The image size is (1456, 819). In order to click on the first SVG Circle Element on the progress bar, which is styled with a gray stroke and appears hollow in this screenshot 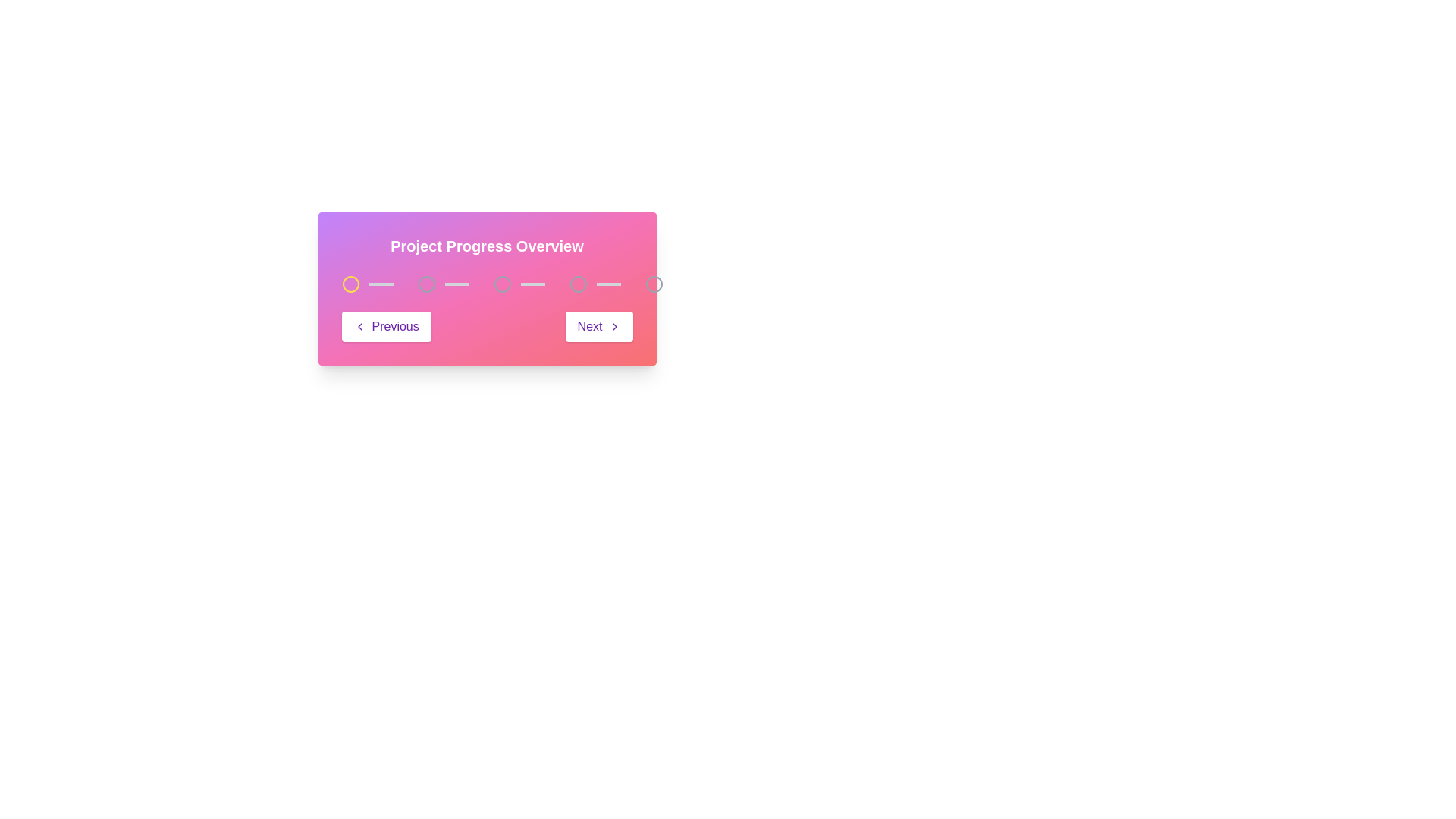, I will do `click(425, 284)`.